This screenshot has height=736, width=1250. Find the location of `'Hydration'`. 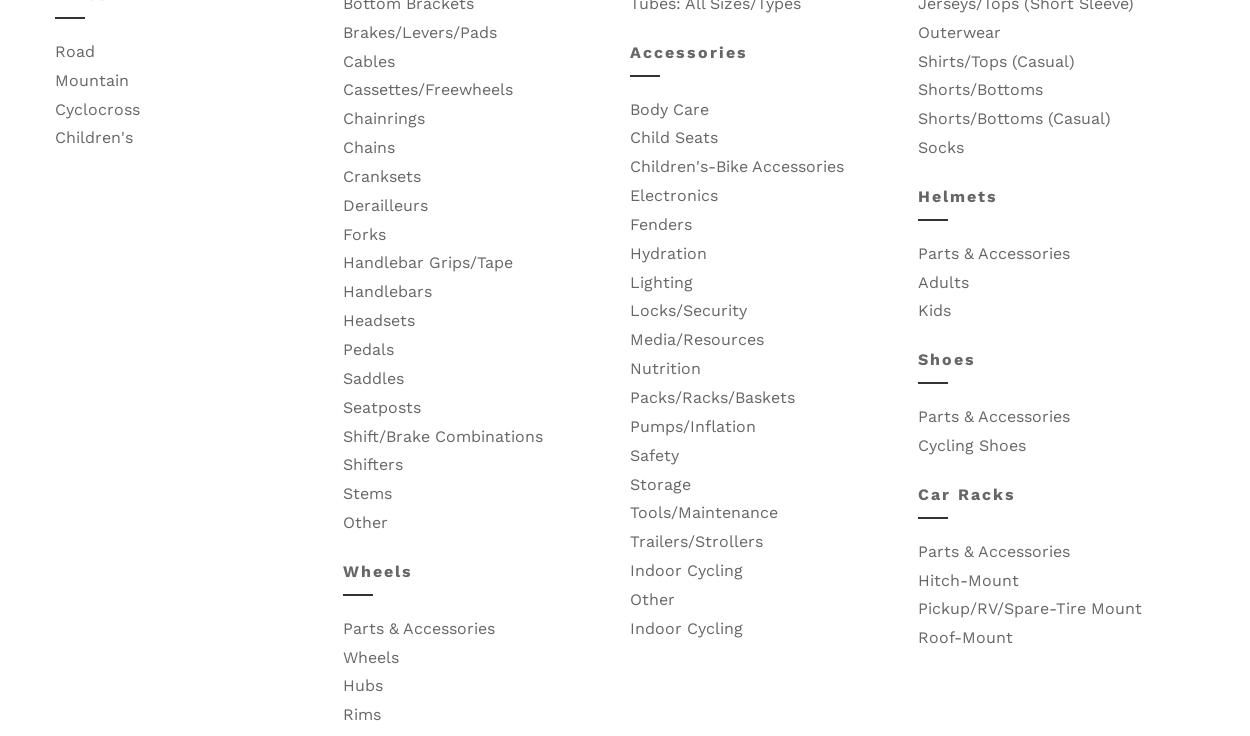

'Hydration' is located at coordinates (668, 252).